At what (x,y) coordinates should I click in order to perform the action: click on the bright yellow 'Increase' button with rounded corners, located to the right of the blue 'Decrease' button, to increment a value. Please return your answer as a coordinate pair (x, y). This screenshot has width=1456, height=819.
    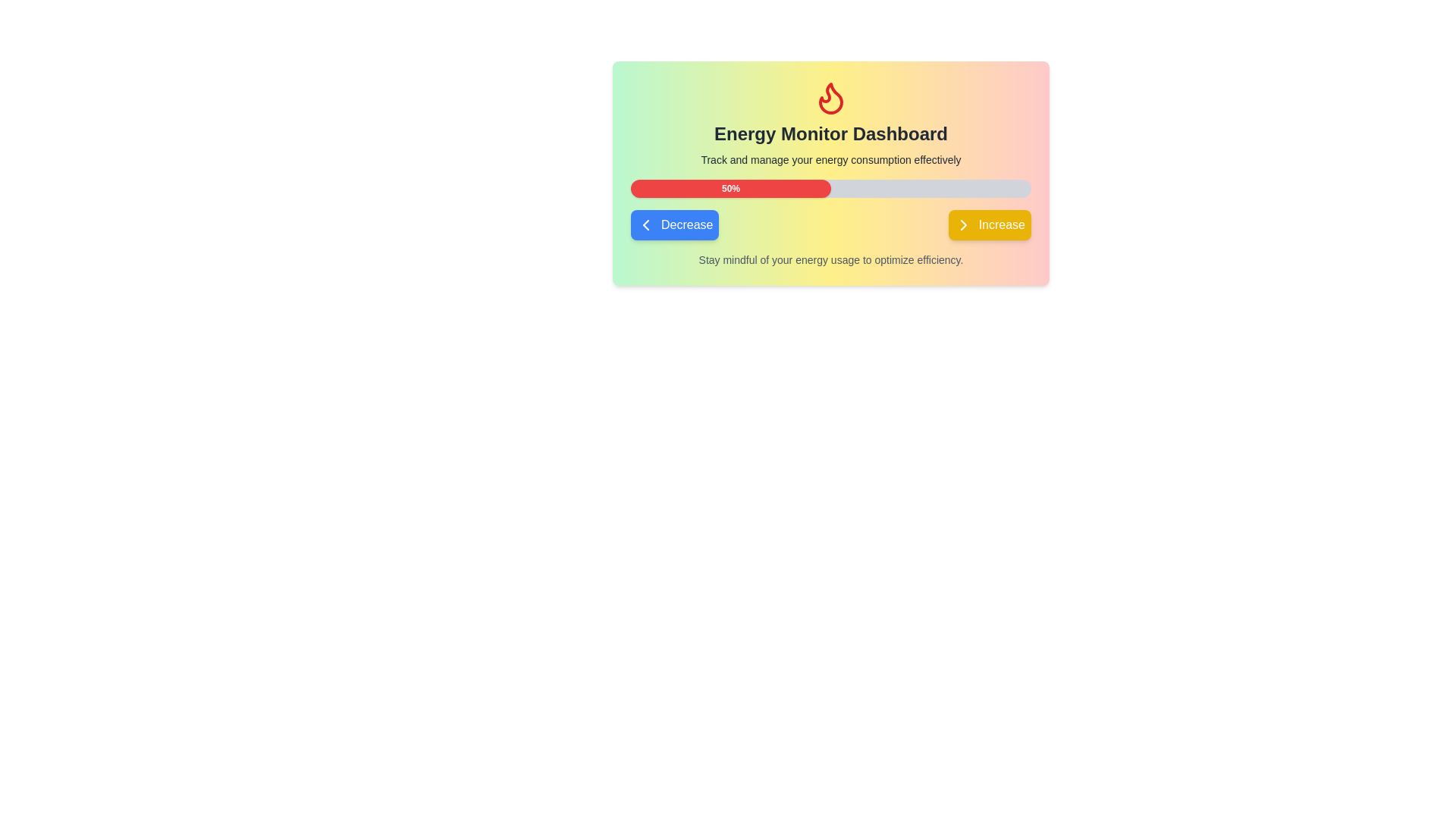
    Looking at the image, I should click on (990, 225).